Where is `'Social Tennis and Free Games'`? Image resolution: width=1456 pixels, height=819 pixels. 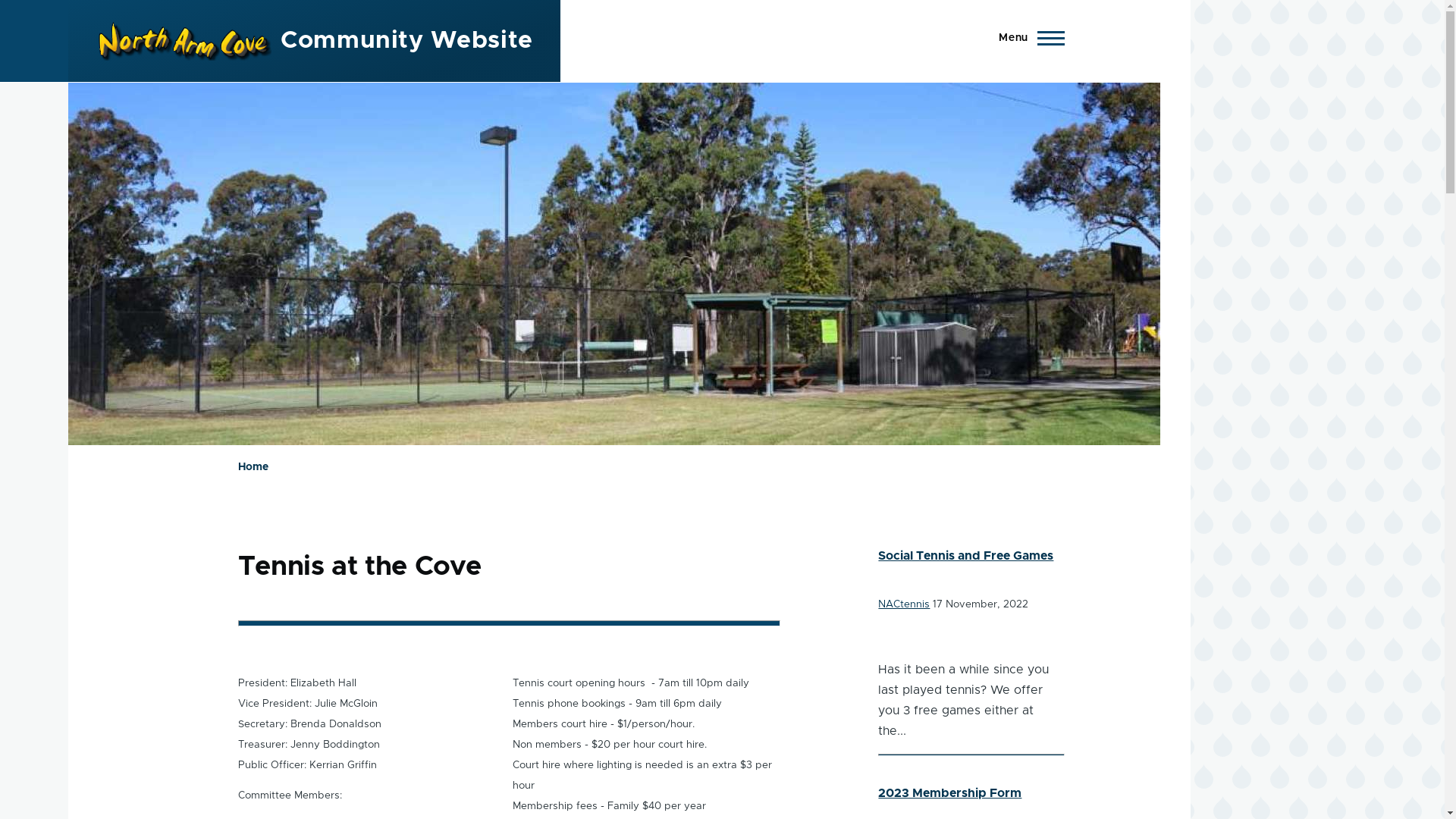
'Social Tennis and Free Games' is located at coordinates (965, 555).